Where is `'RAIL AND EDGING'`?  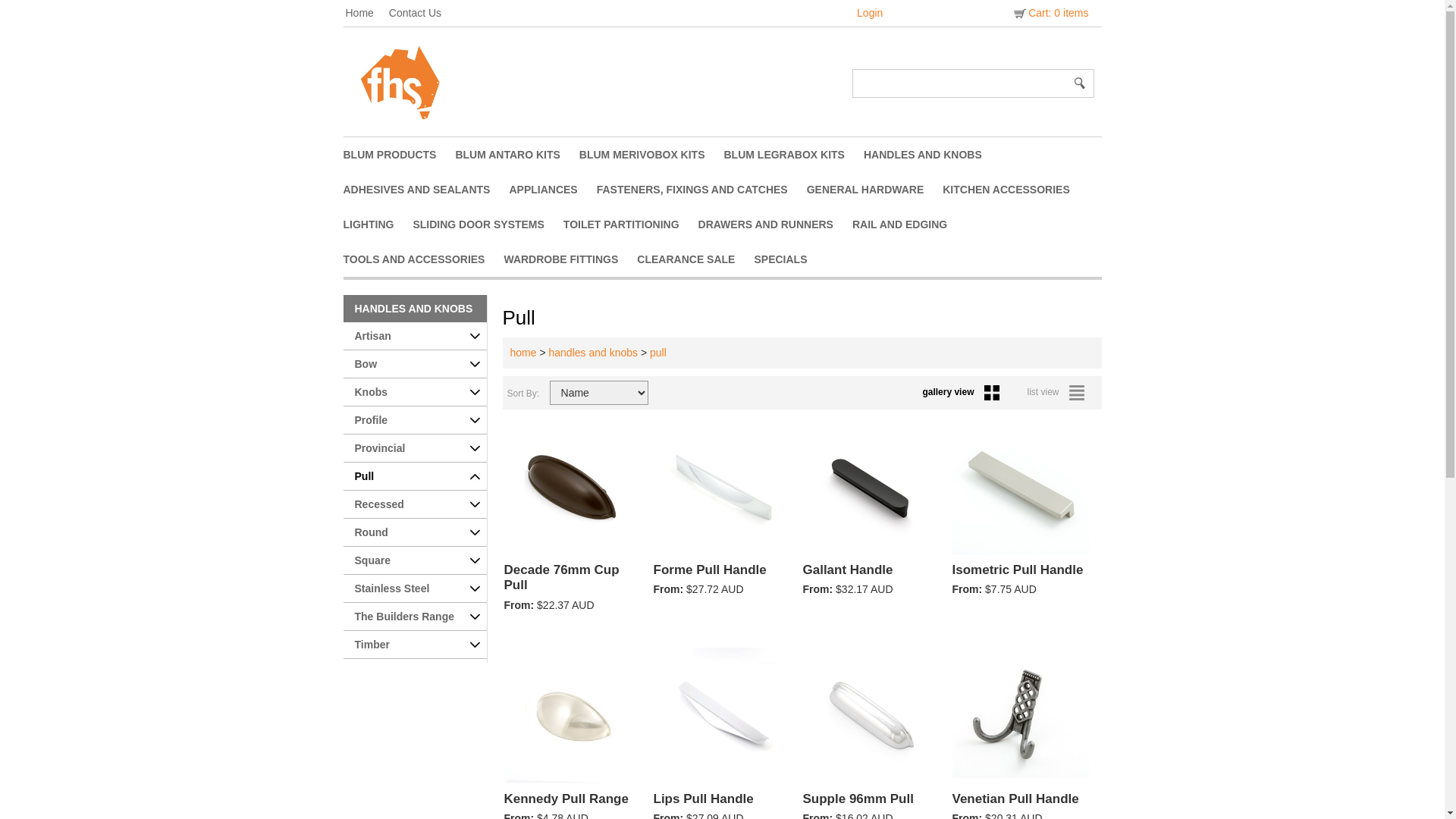 'RAIL AND EDGING' is located at coordinates (909, 224).